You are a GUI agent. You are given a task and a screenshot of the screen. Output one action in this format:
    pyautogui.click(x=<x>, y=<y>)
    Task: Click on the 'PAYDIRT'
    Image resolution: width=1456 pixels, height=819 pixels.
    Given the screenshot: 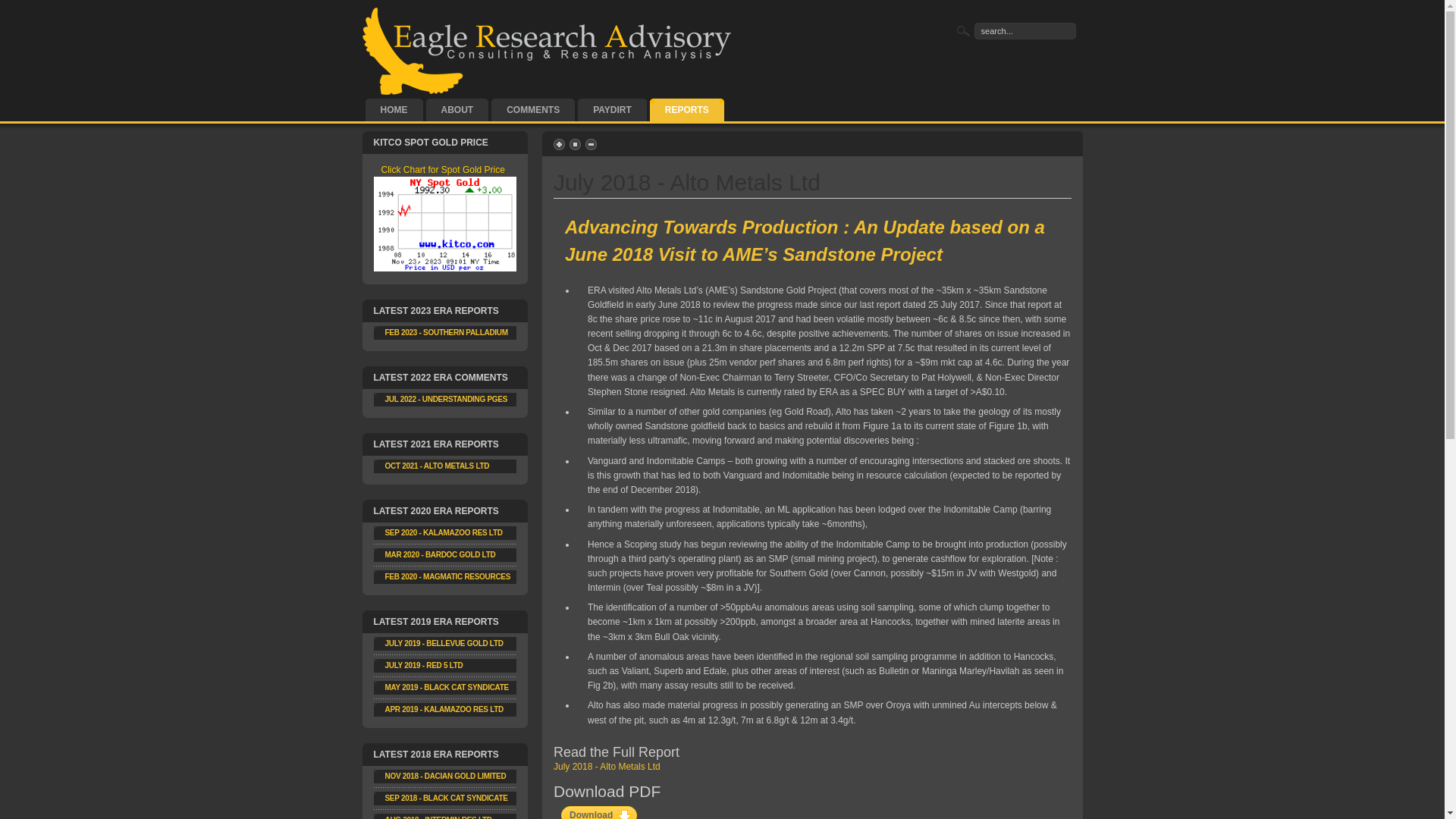 What is the action you would take?
    pyautogui.click(x=612, y=109)
    